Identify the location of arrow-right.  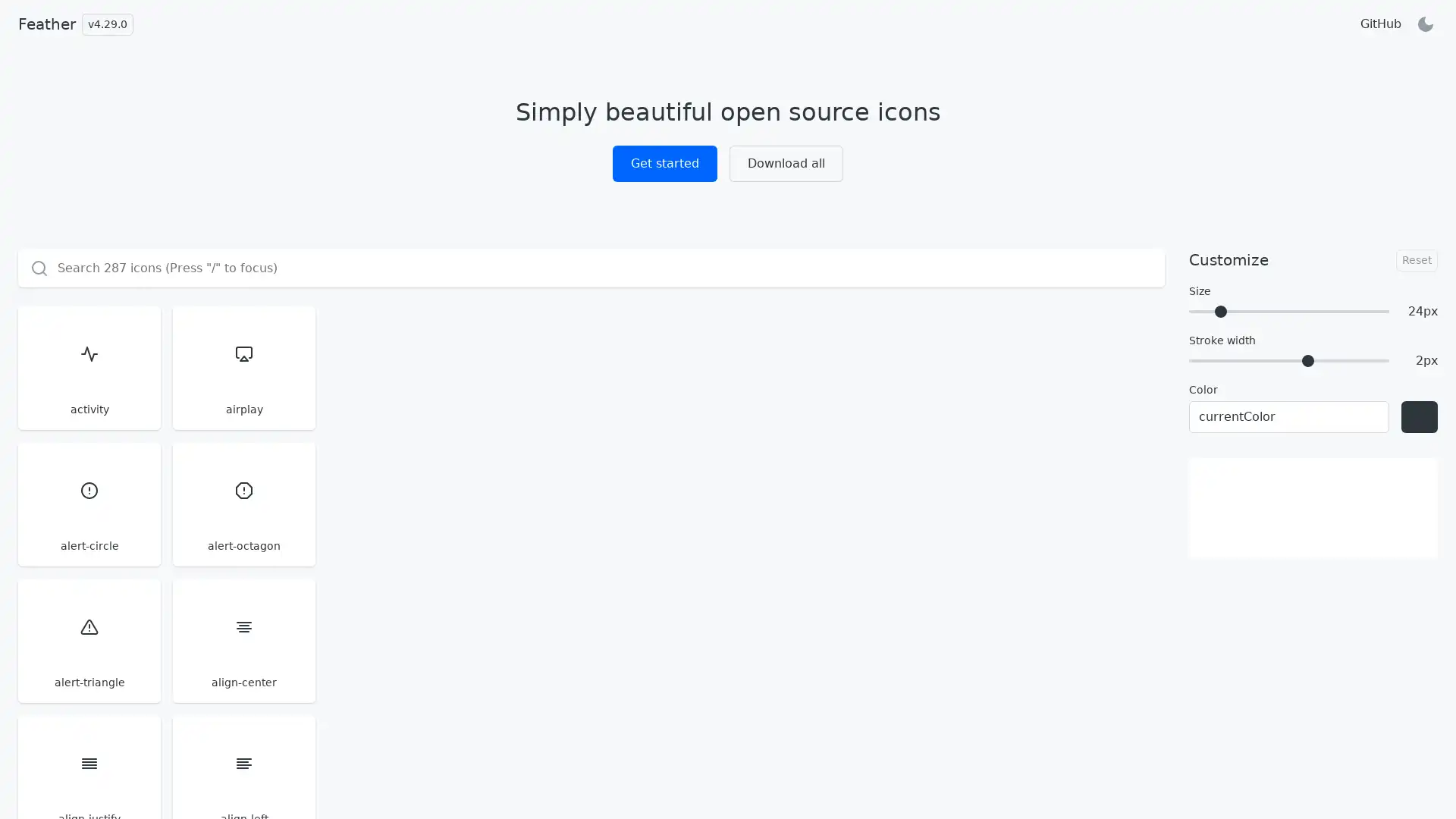
(203, 640).